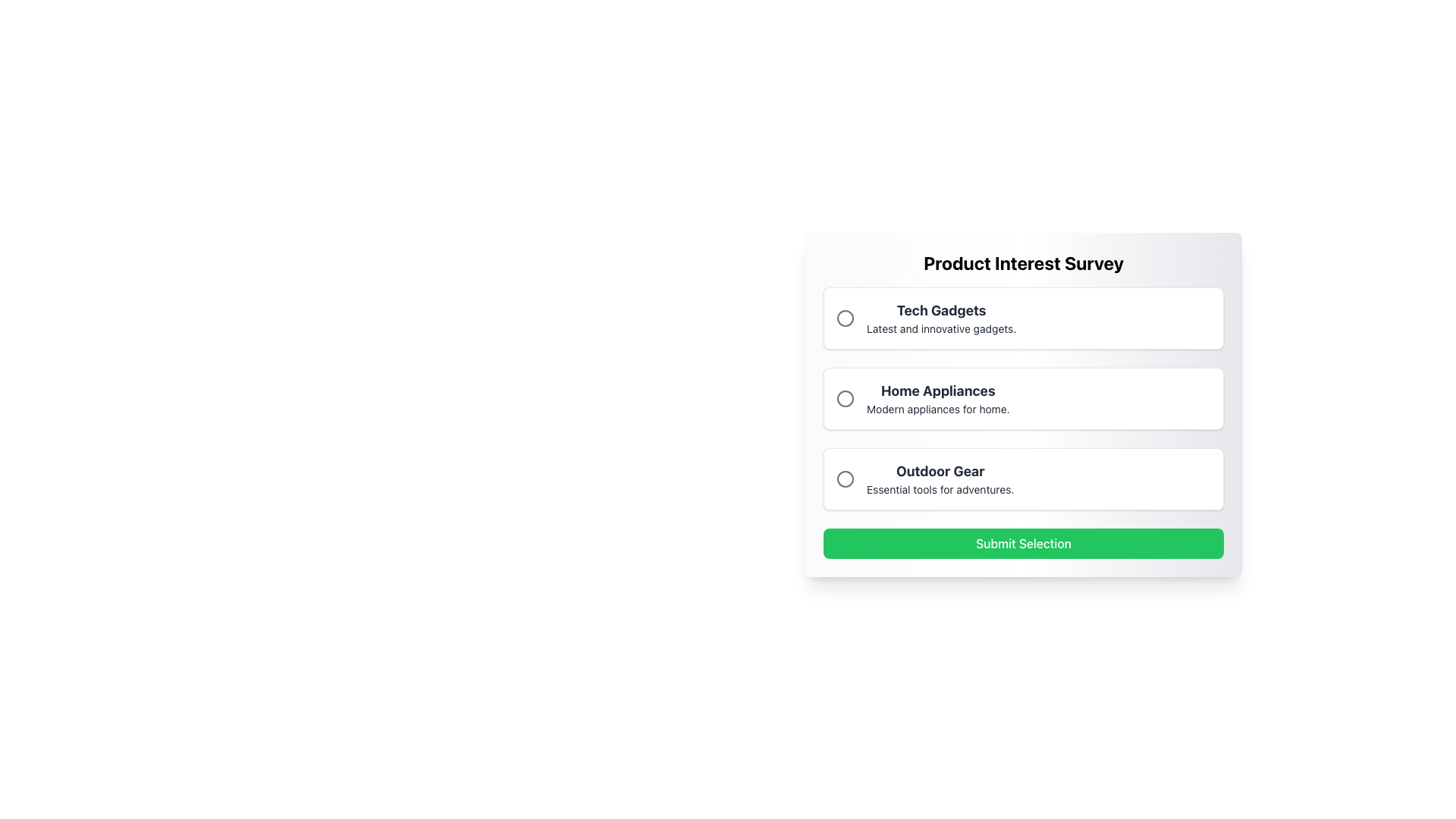 The image size is (1456, 819). What do you see at coordinates (937, 397) in the screenshot?
I see `the 'Home Appliances' text label, which is the textual content of the second card in a vertical list, located below the 'Tech Gadgets' card and above the 'Outdoor Gear' card` at bounding box center [937, 397].